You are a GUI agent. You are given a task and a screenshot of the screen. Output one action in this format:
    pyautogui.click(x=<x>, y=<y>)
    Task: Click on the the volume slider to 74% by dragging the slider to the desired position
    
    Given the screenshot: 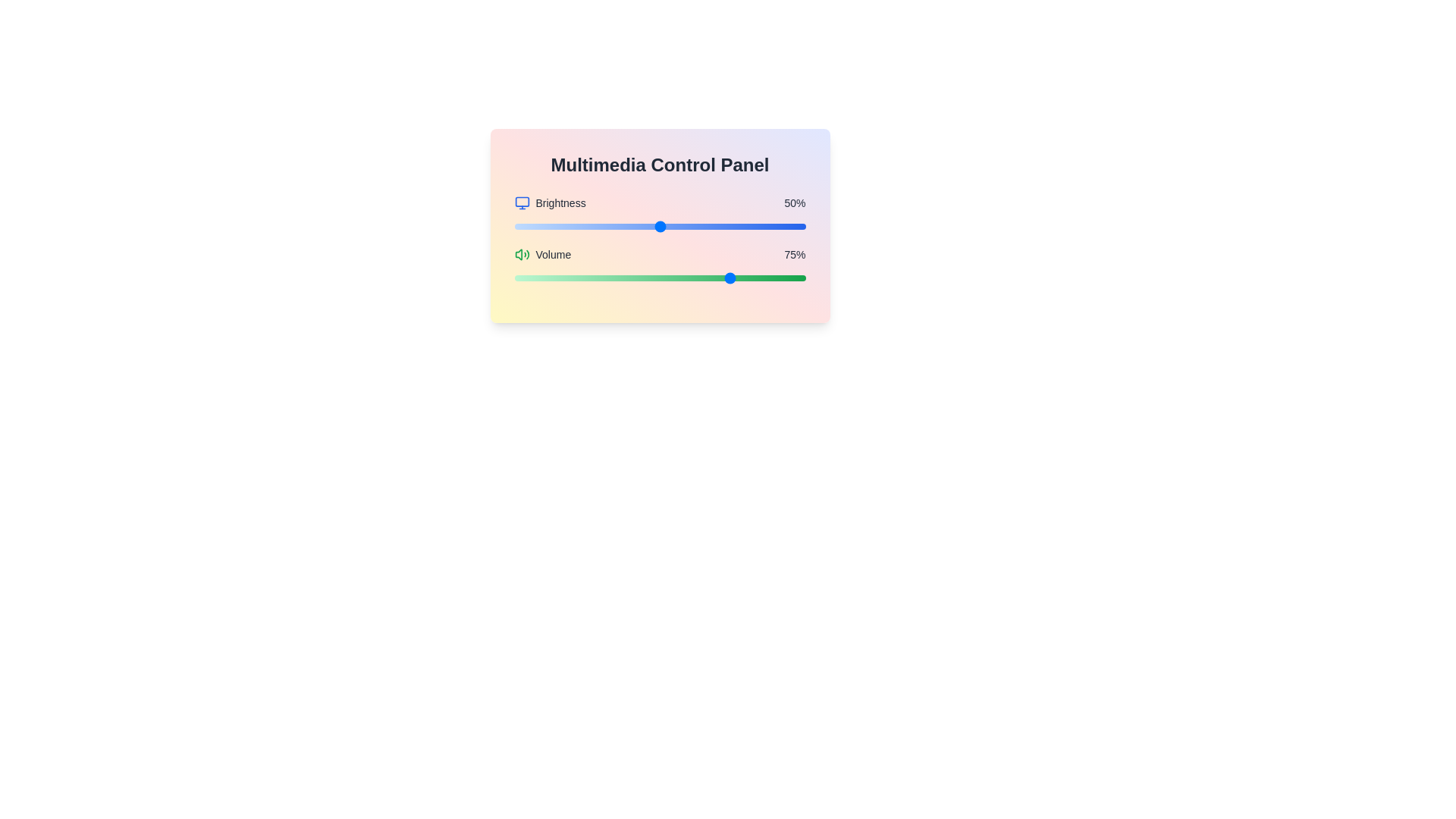 What is the action you would take?
    pyautogui.click(x=730, y=278)
    